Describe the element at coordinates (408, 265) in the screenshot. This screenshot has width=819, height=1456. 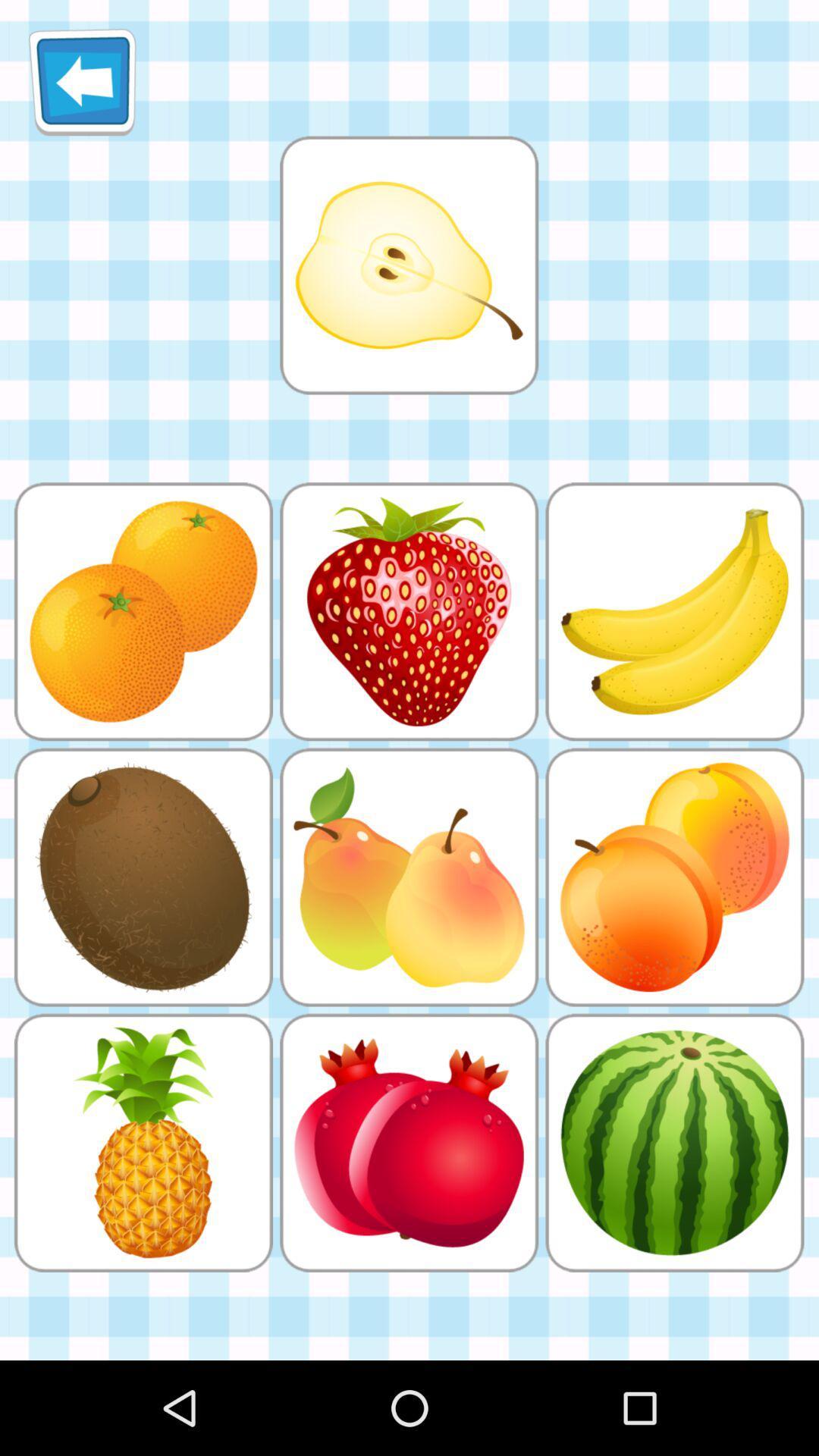
I see `top middle pear` at that location.